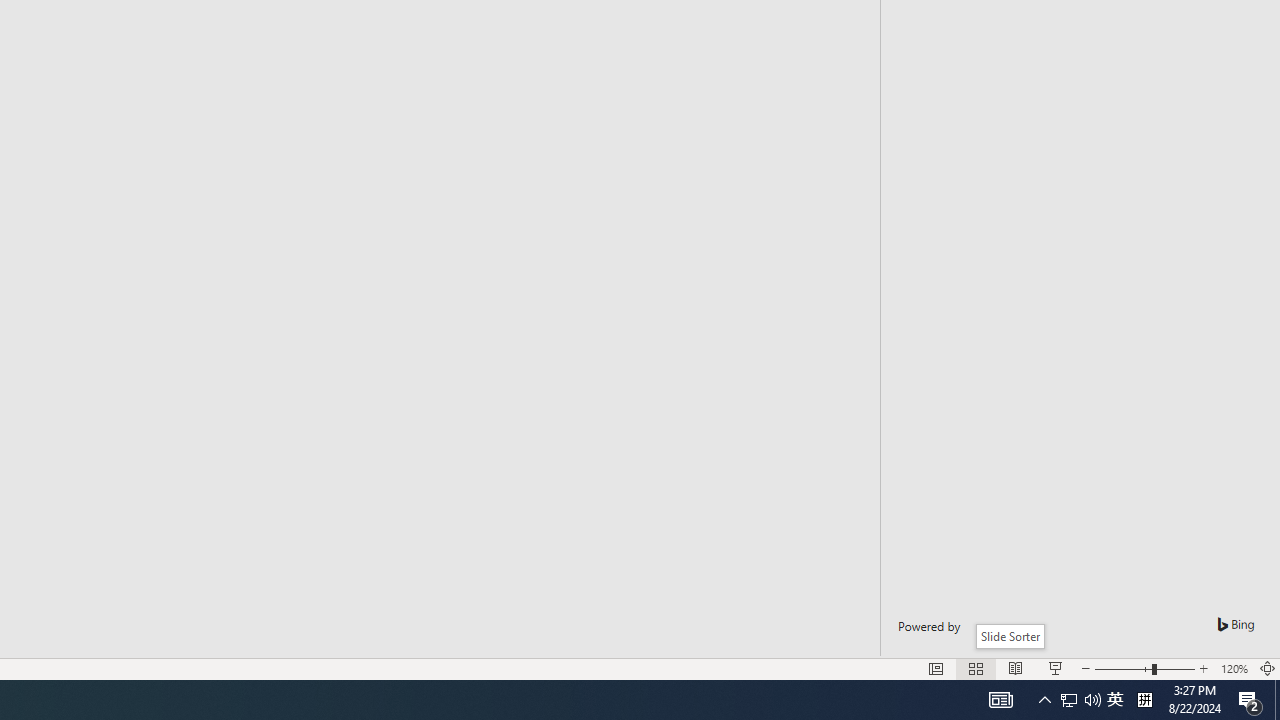 This screenshot has height=720, width=1280. What do you see at coordinates (1123, 669) in the screenshot?
I see `'Zoom Out'` at bounding box center [1123, 669].